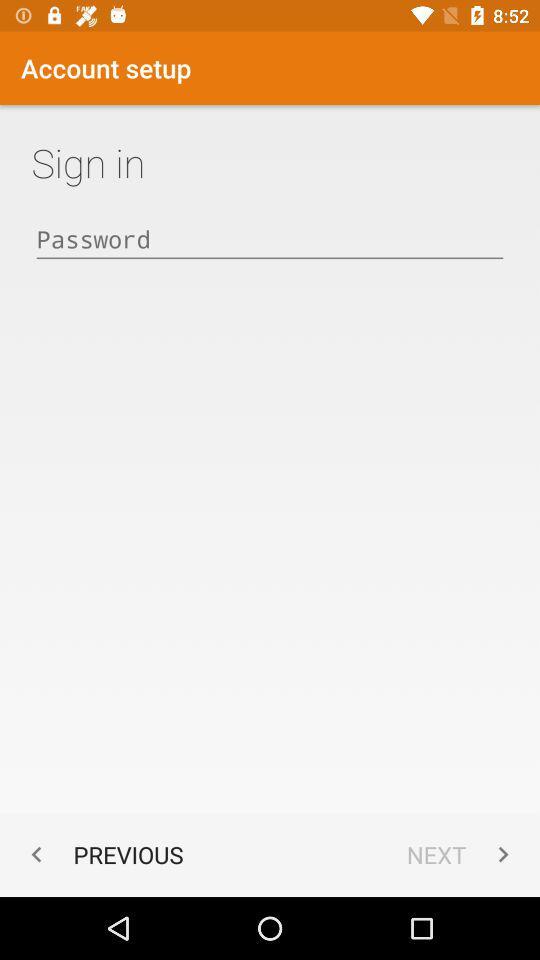  Describe the element at coordinates (462, 853) in the screenshot. I see `next item` at that location.